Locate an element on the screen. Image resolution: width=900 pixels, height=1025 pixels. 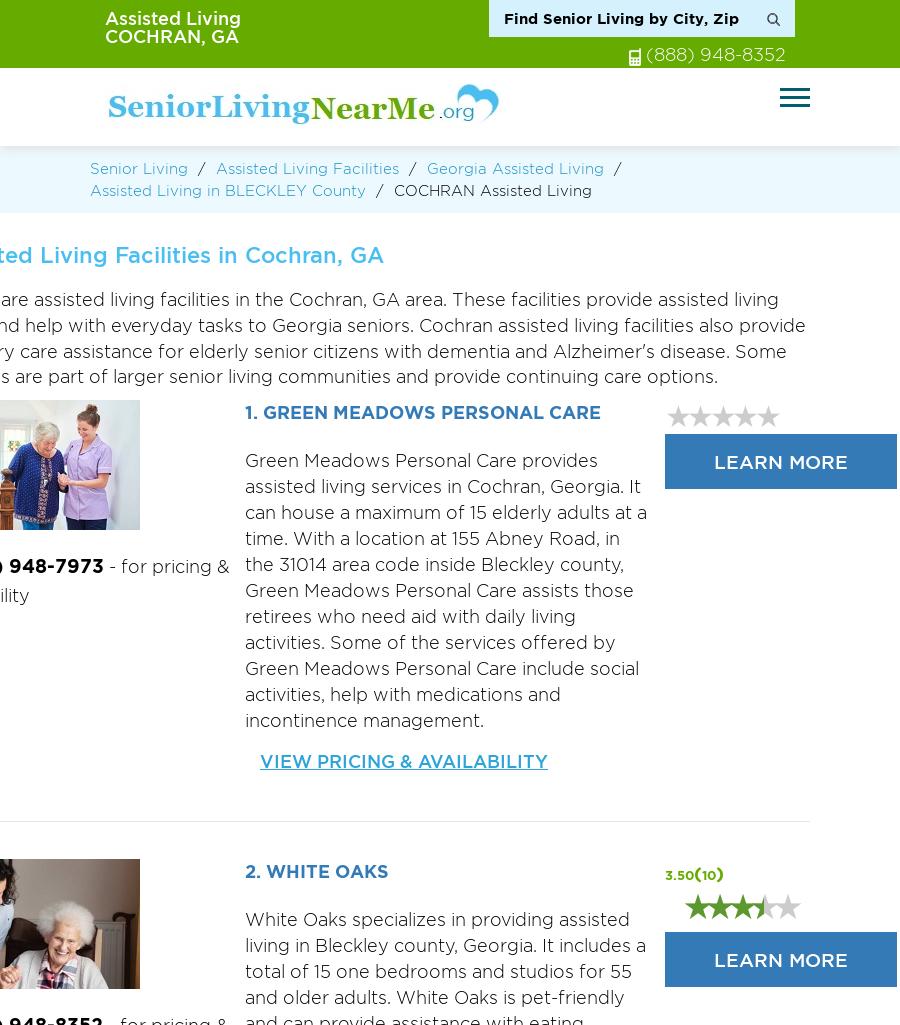
'Green Meadows Personal Care' is located at coordinates (431, 411).